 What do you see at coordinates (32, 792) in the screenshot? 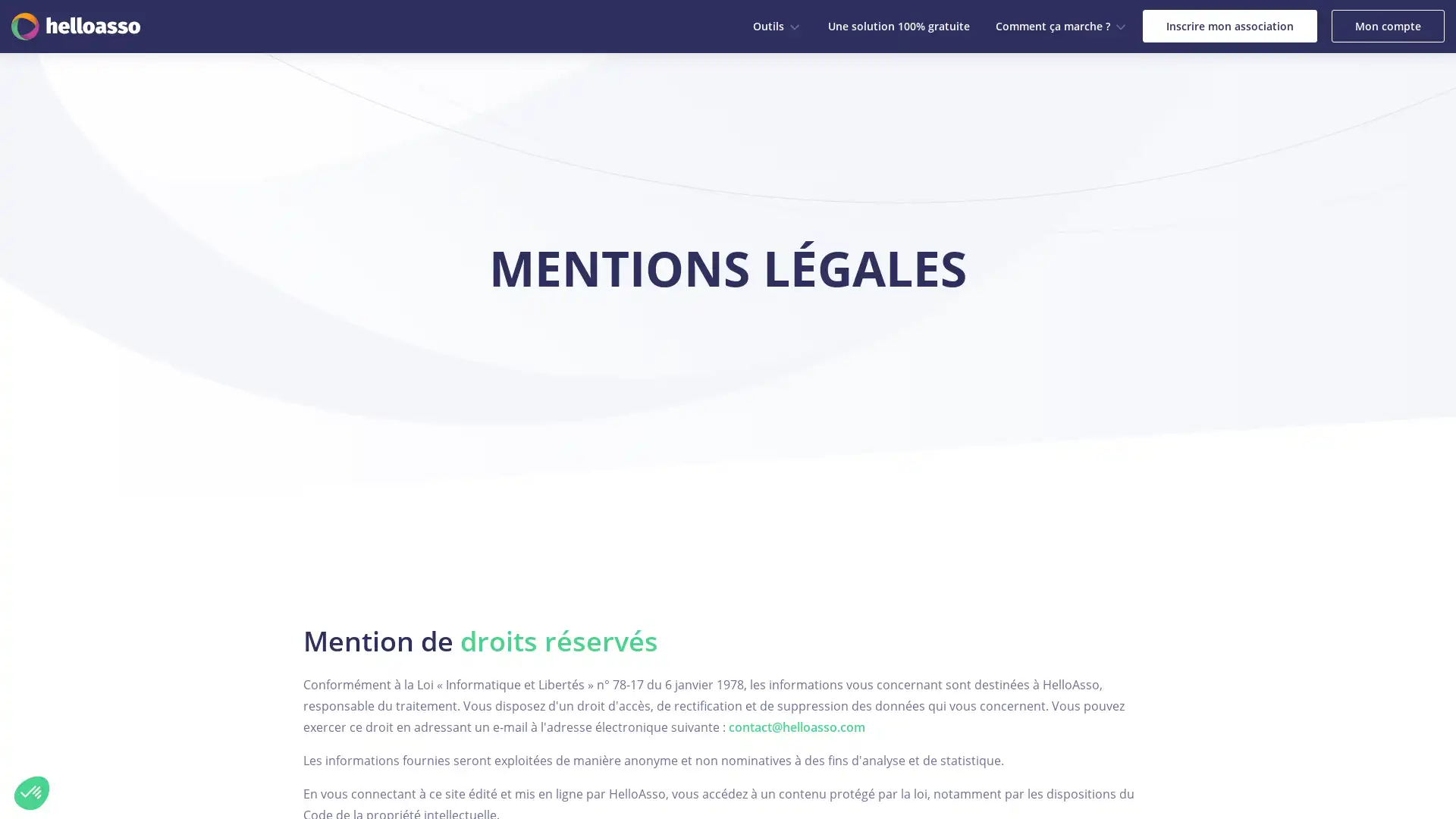
I see `Non merci` at bounding box center [32, 792].